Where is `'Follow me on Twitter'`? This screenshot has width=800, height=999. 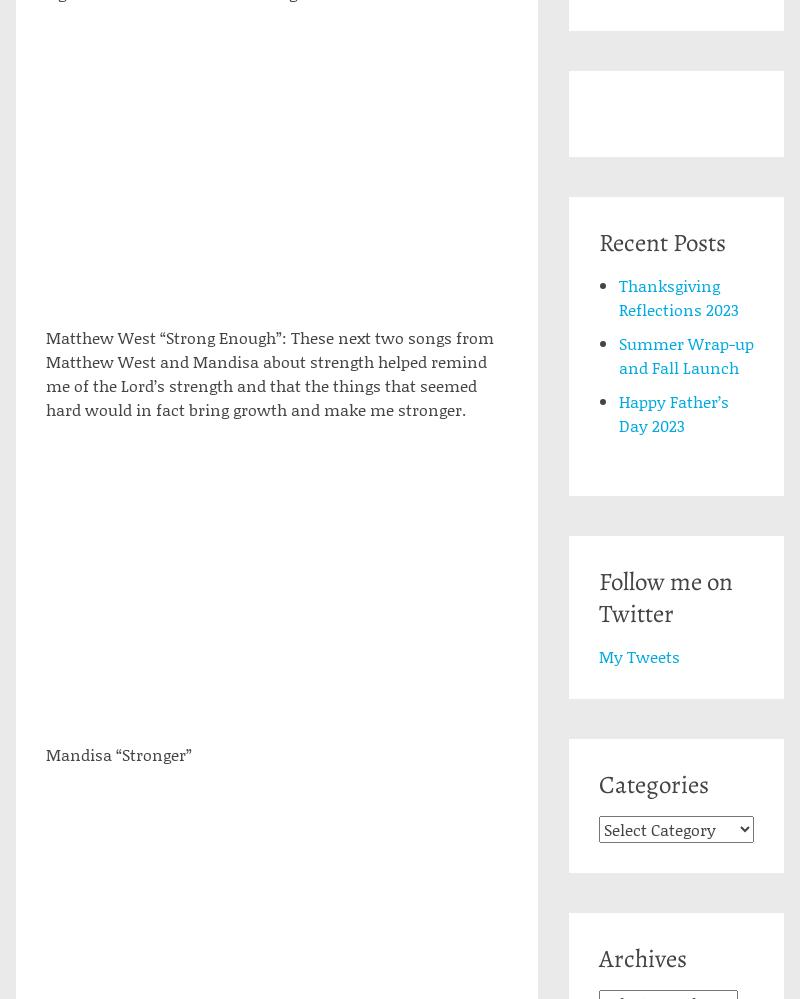
'Follow me on Twitter' is located at coordinates (664, 598).